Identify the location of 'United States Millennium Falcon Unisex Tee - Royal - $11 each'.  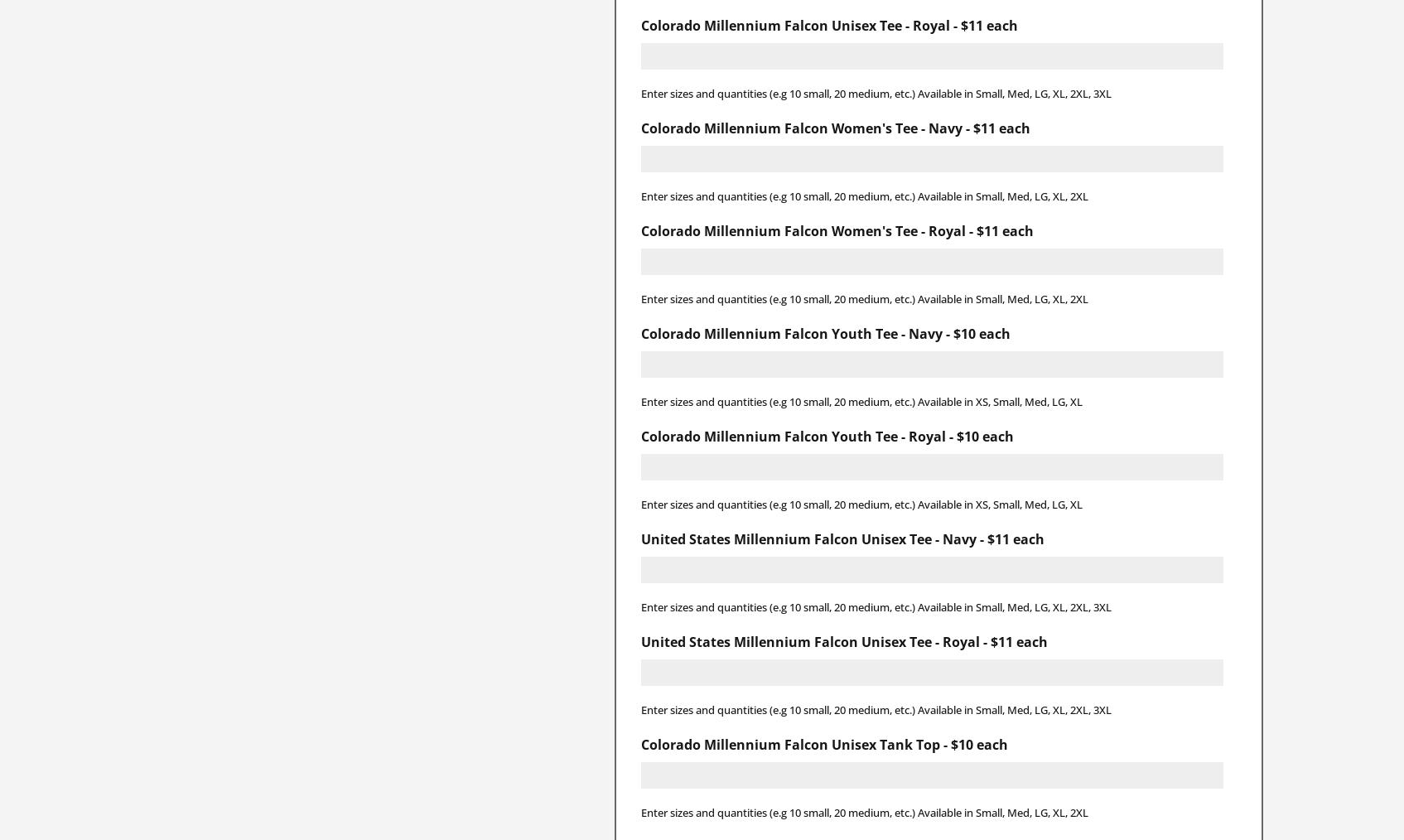
(842, 640).